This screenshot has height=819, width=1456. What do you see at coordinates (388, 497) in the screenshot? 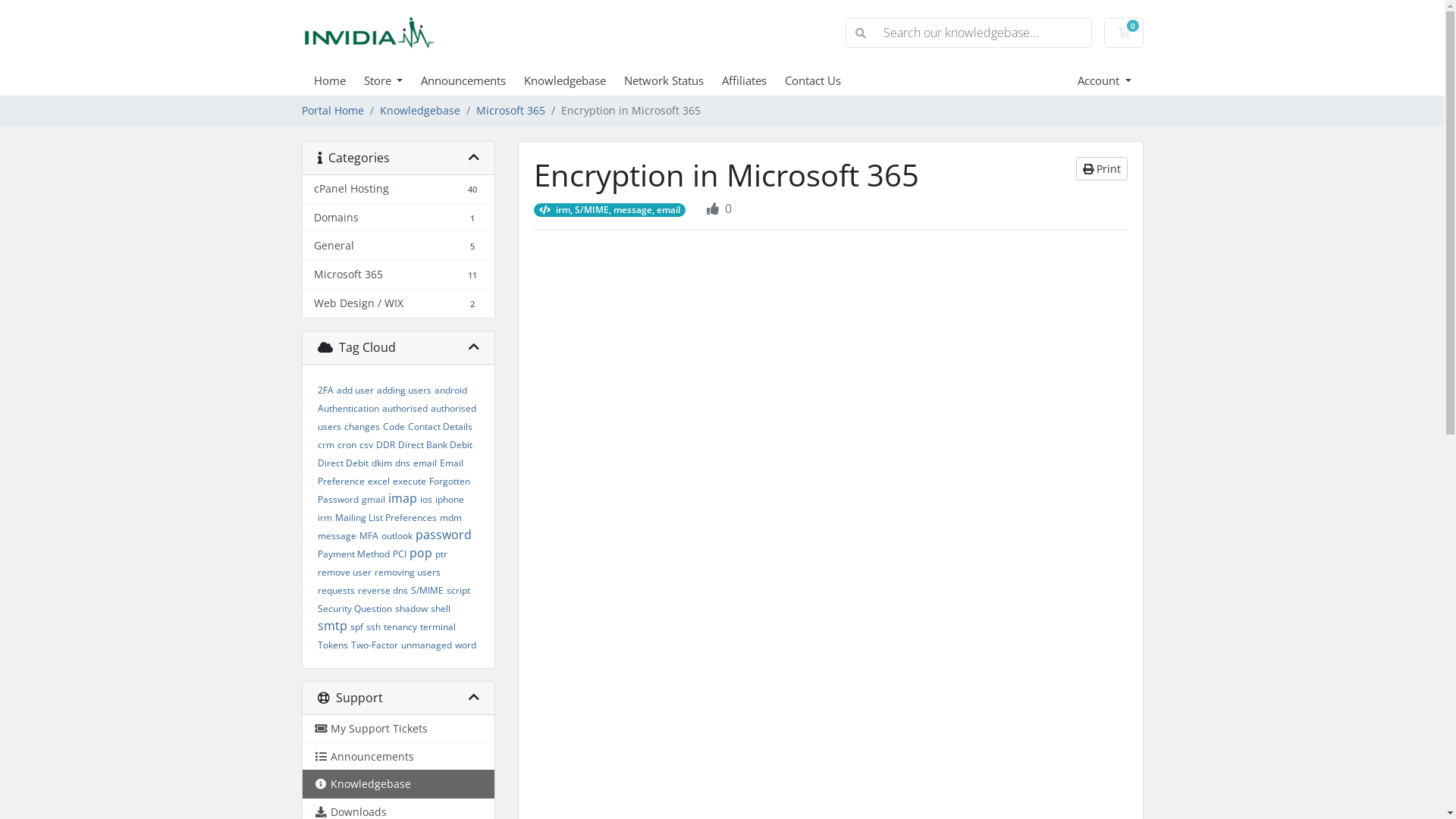
I see `'imap'` at bounding box center [388, 497].